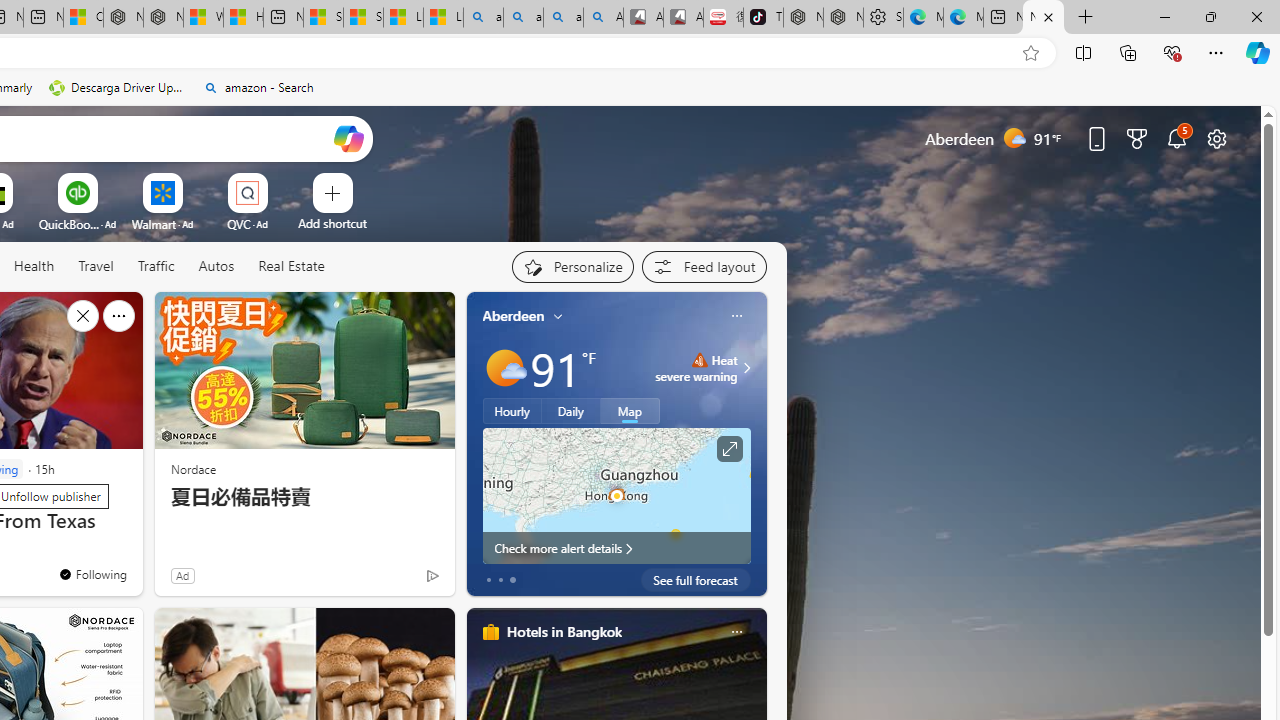 Image resolution: width=1280 pixels, height=720 pixels. What do you see at coordinates (696, 367) in the screenshot?
I see `'Heat - Severe Heat severe warning'` at bounding box center [696, 367].